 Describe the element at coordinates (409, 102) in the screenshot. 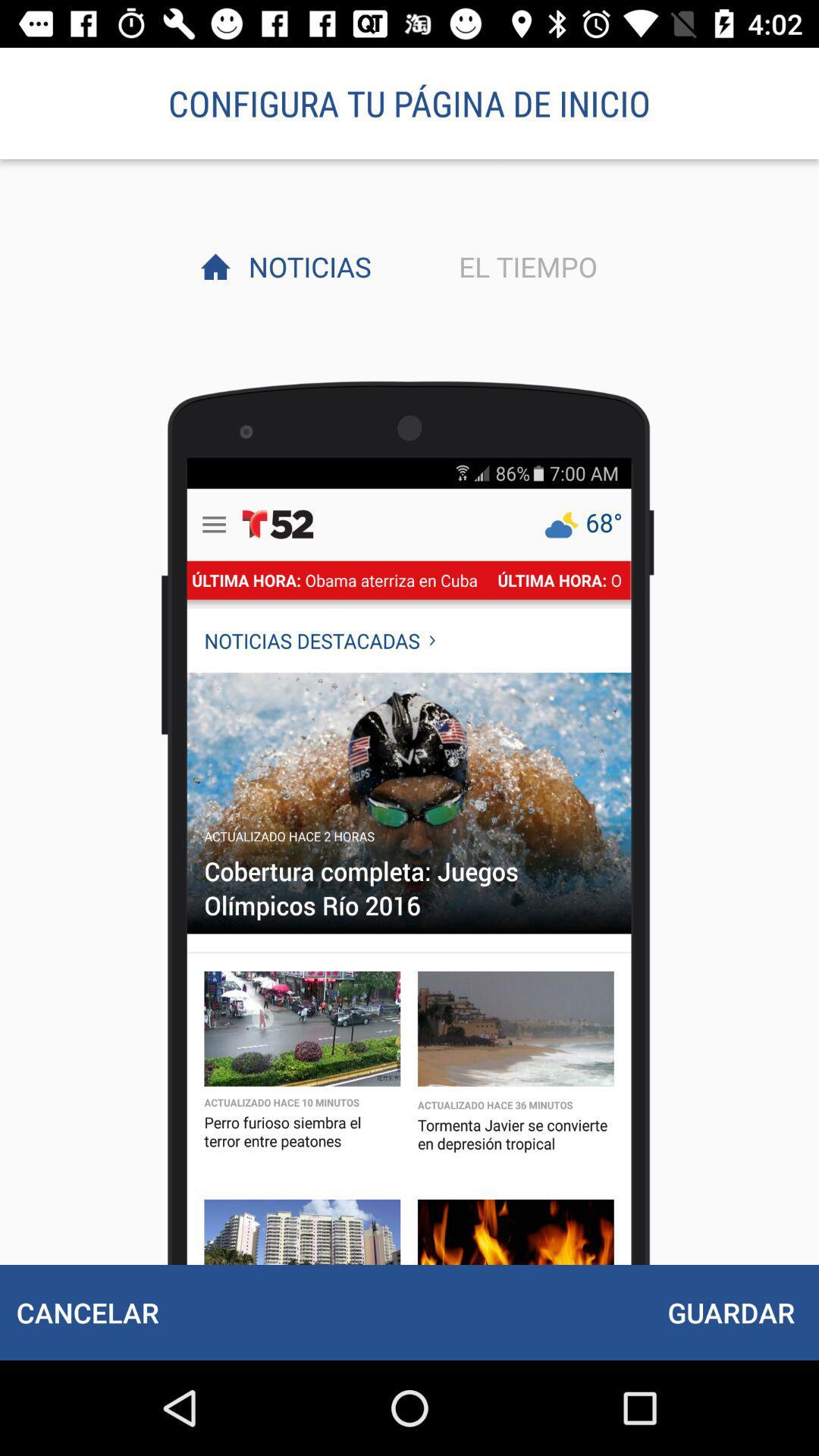

I see `icon above noticias icon` at that location.